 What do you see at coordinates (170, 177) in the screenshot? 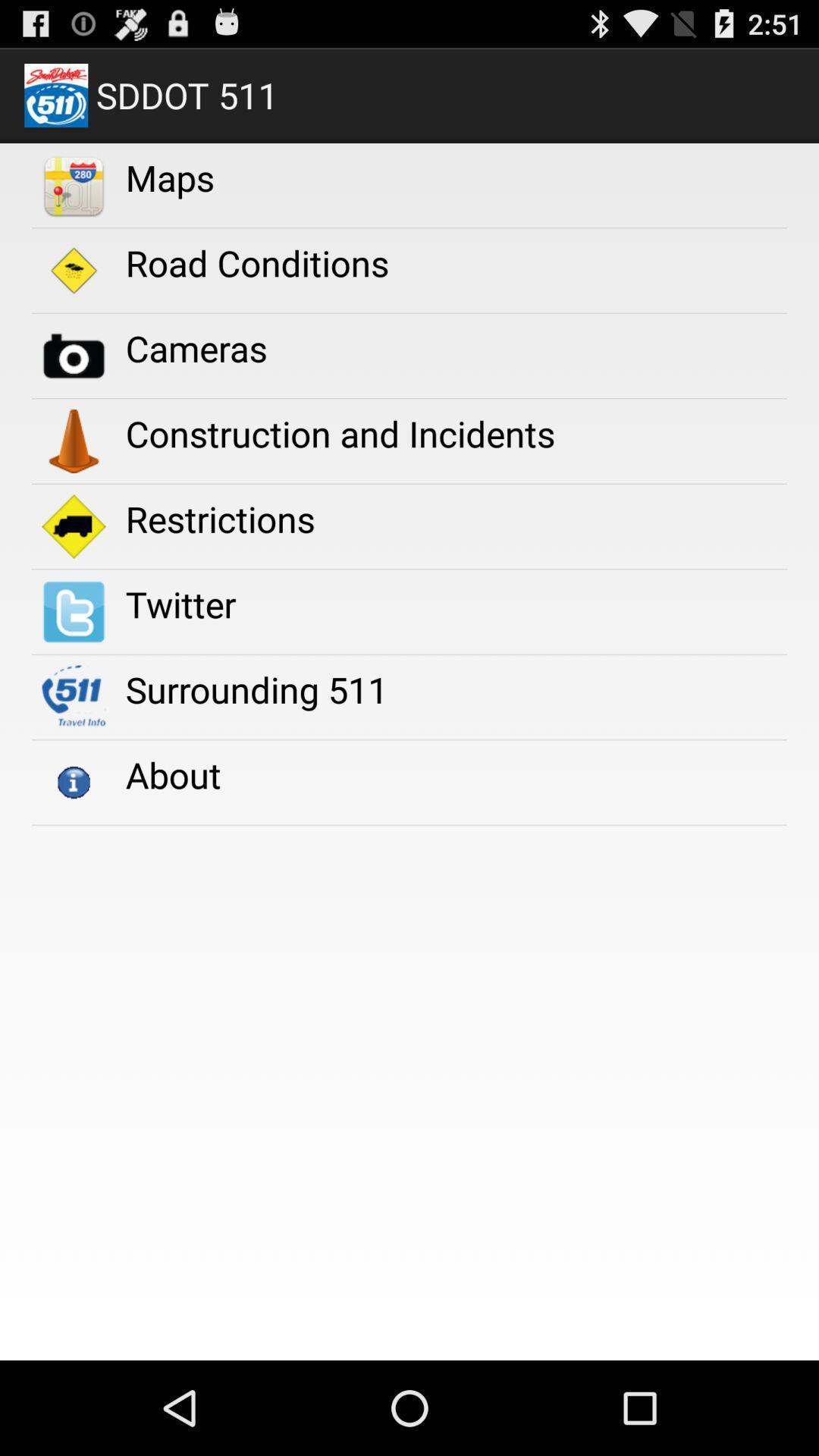
I see `app below sddot 511 icon` at bounding box center [170, 177].